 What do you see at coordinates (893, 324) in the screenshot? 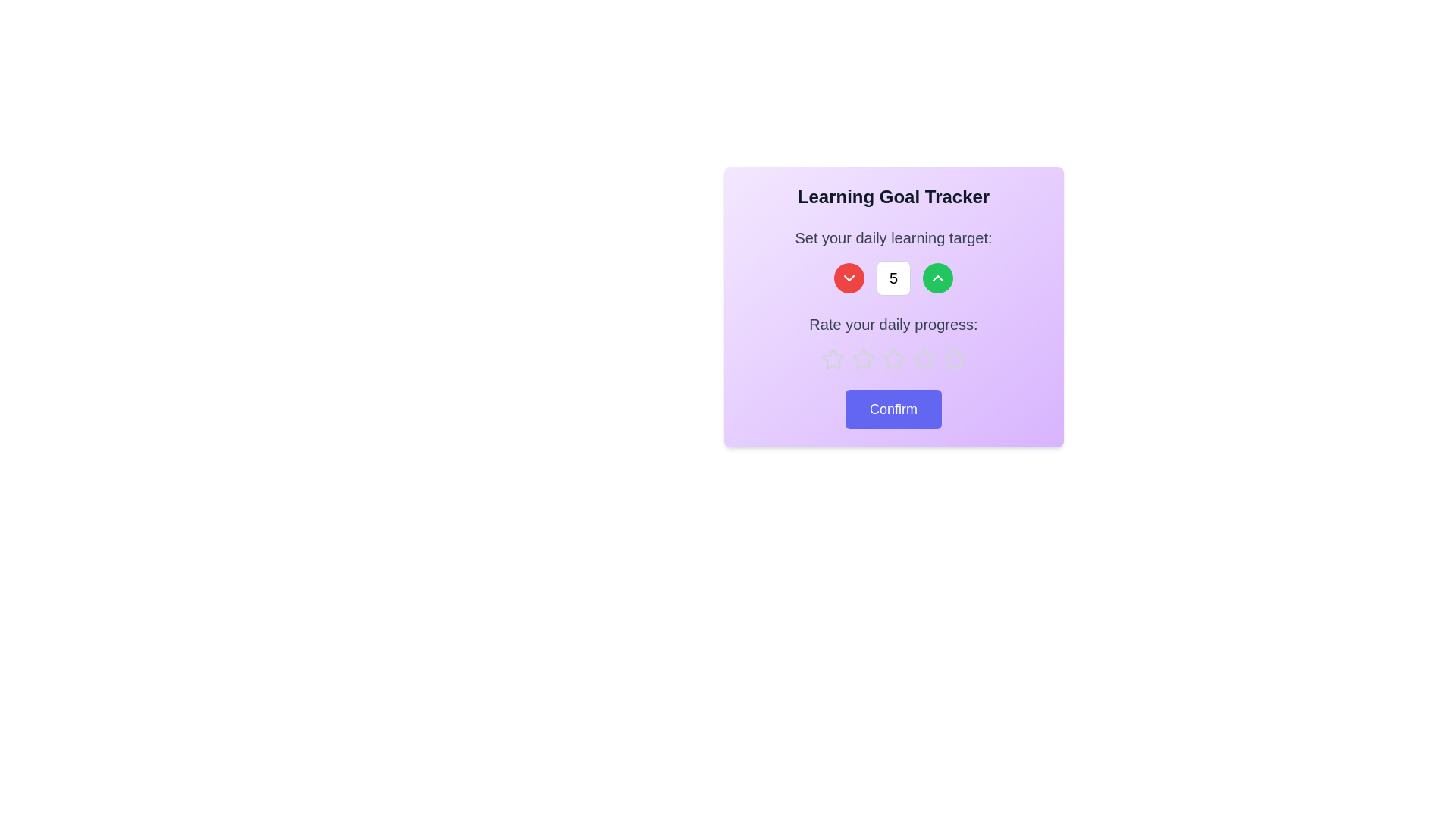
I see `the Static Text element displaying 'Rate your daily progress:' which is located above the star icons for rating` at bounding box center [893, 324].